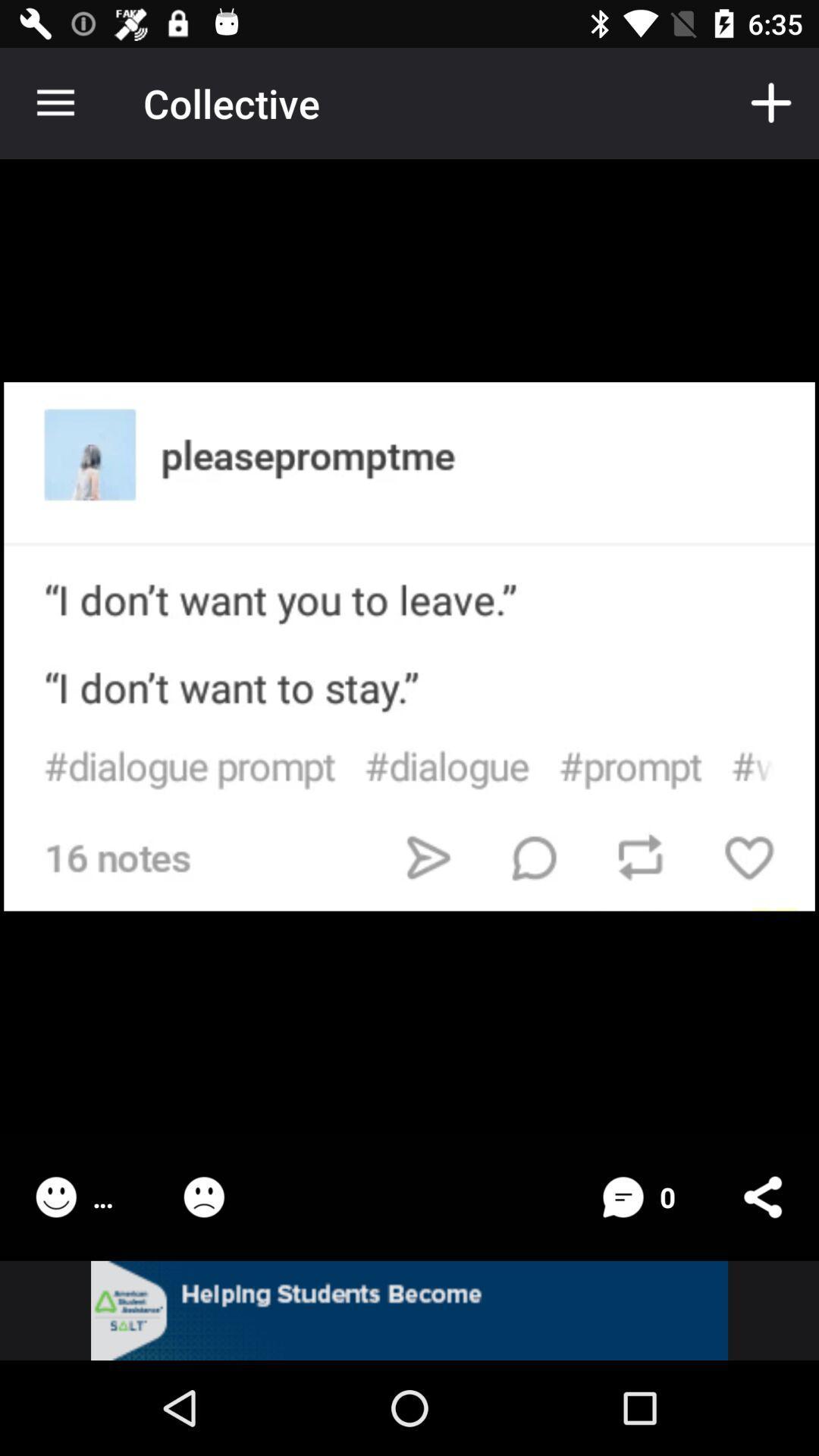 This screenshot has width=819, height=1456. What do you see at coordinates (409, 1310) in the screenshot?
I see `linked page` at bounding box center [409, 1310].